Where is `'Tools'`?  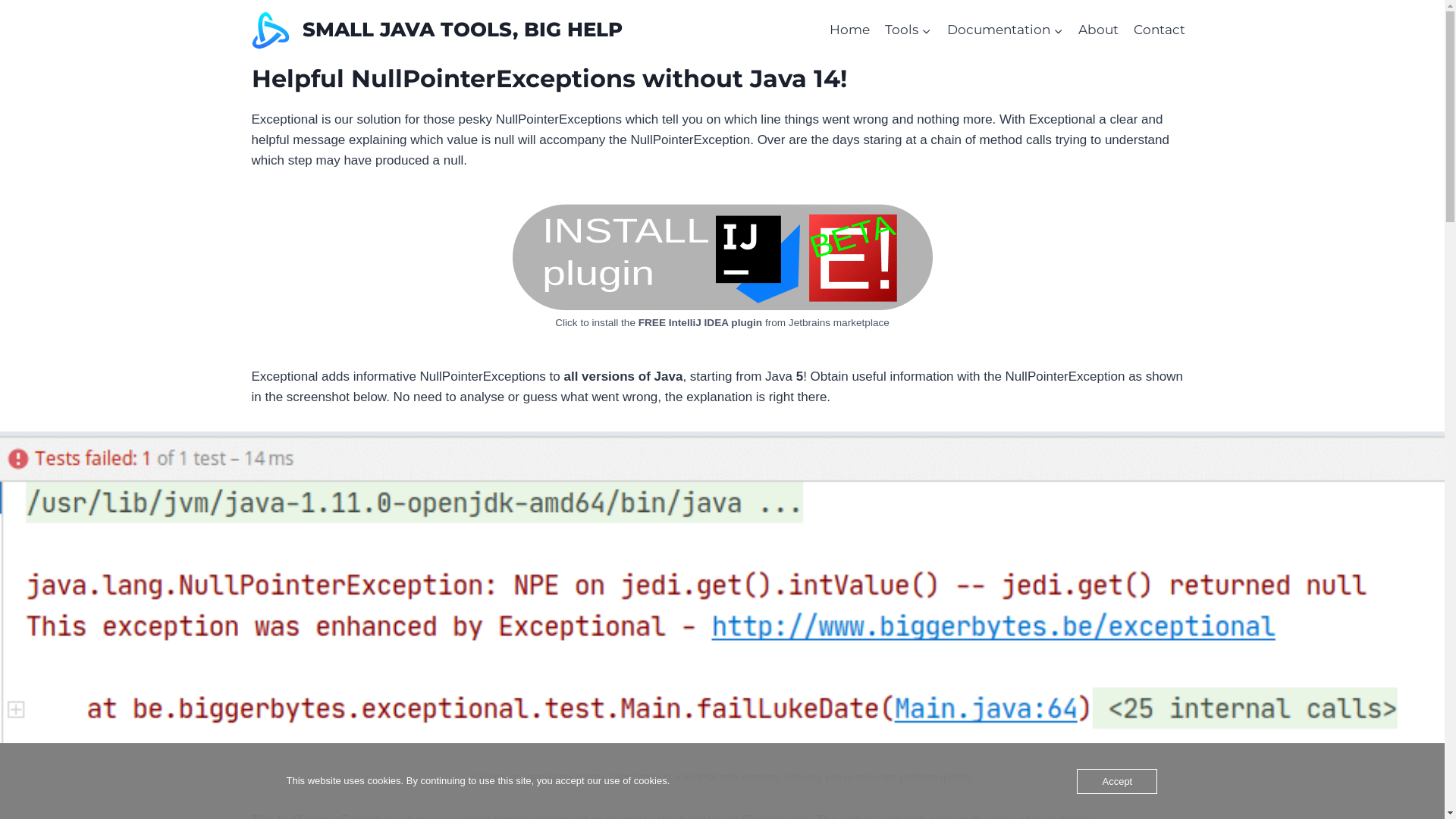 'Tools' is located at coordinates (908, 30).